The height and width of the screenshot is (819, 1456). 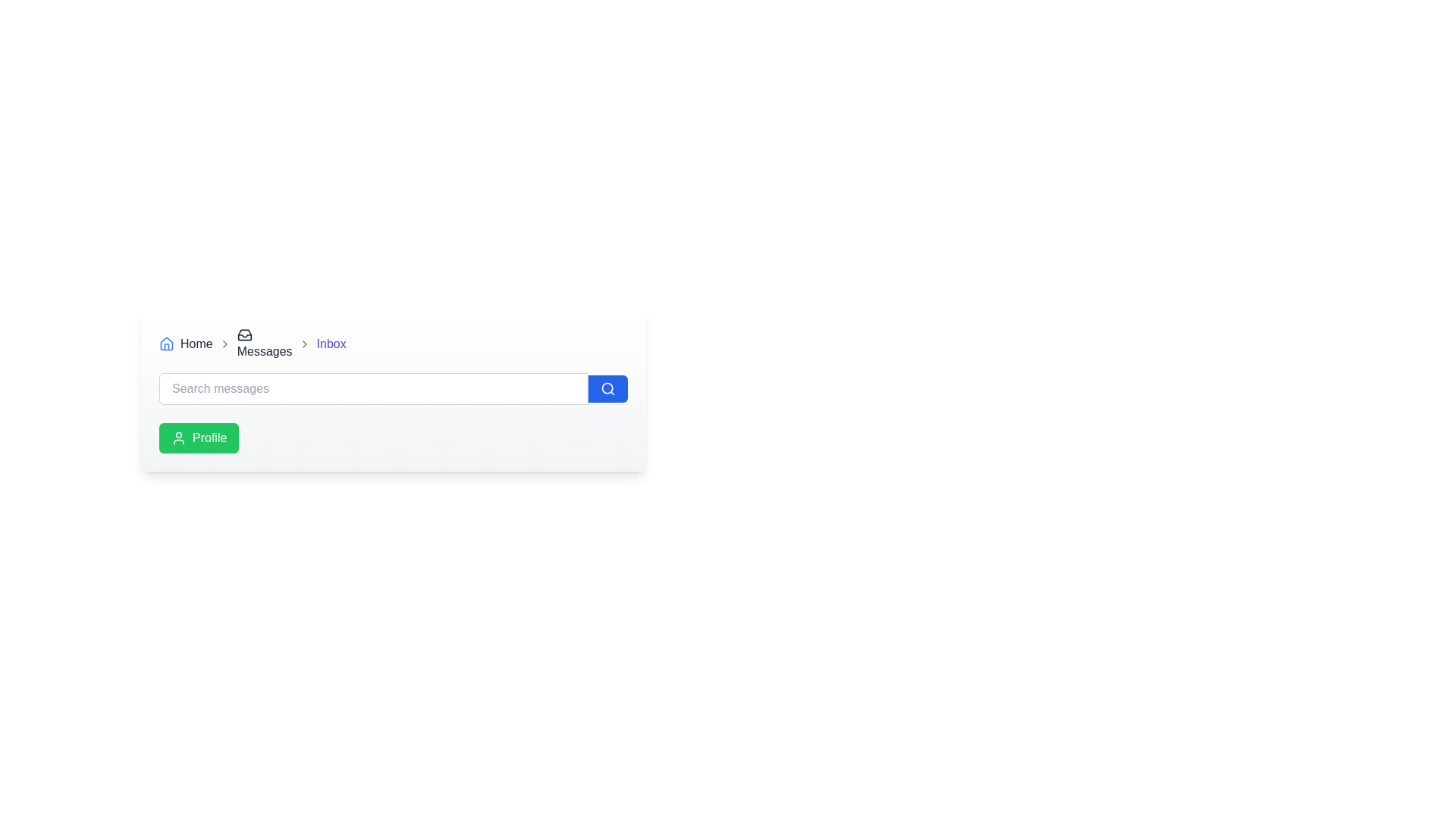 I want to click on the 'Messages' icon located at the start of the navigational breadcrumb, so click(x=244, y=334).